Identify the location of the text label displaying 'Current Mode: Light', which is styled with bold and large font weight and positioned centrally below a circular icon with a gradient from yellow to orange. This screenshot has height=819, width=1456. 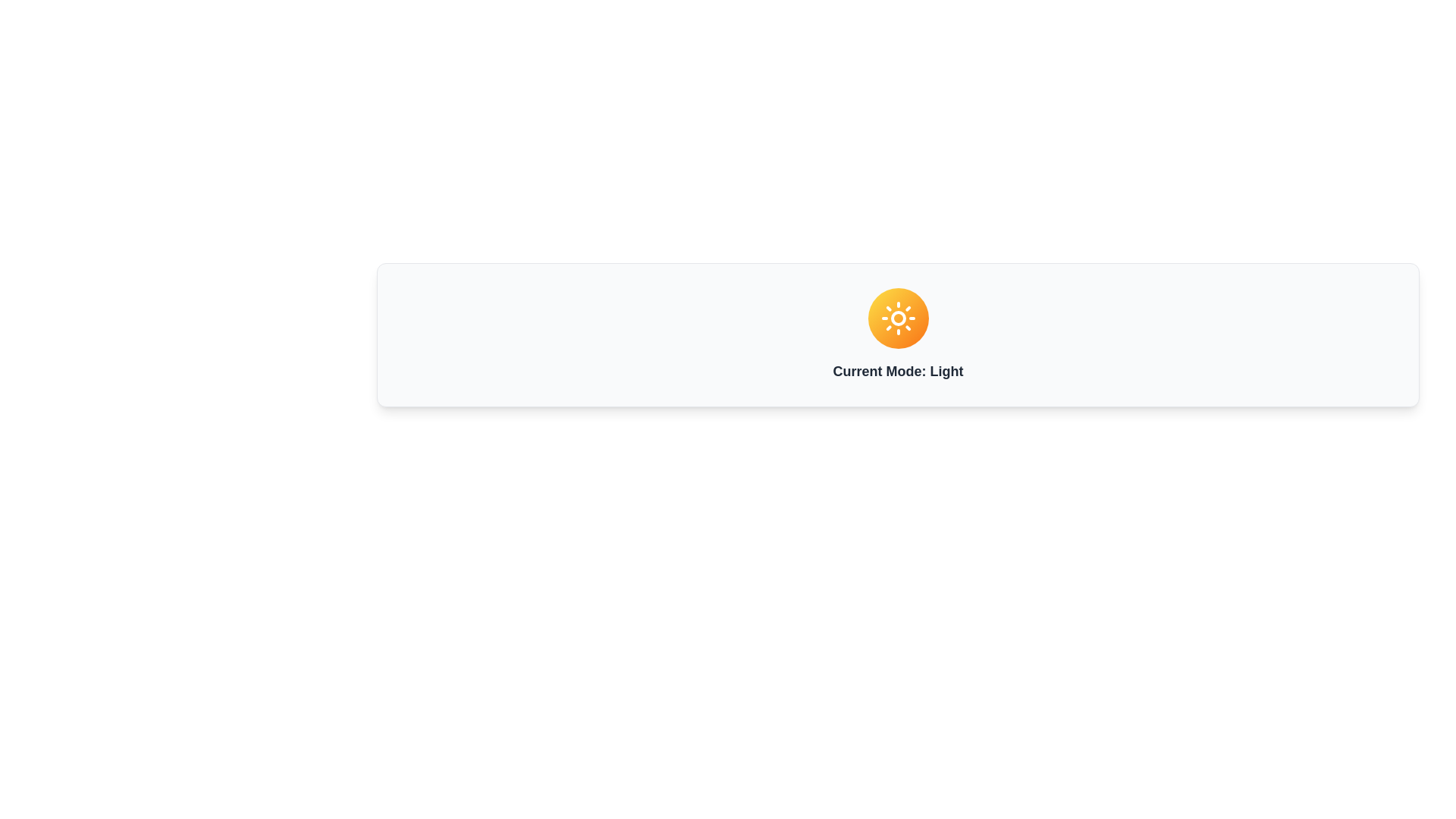
(898, 371).